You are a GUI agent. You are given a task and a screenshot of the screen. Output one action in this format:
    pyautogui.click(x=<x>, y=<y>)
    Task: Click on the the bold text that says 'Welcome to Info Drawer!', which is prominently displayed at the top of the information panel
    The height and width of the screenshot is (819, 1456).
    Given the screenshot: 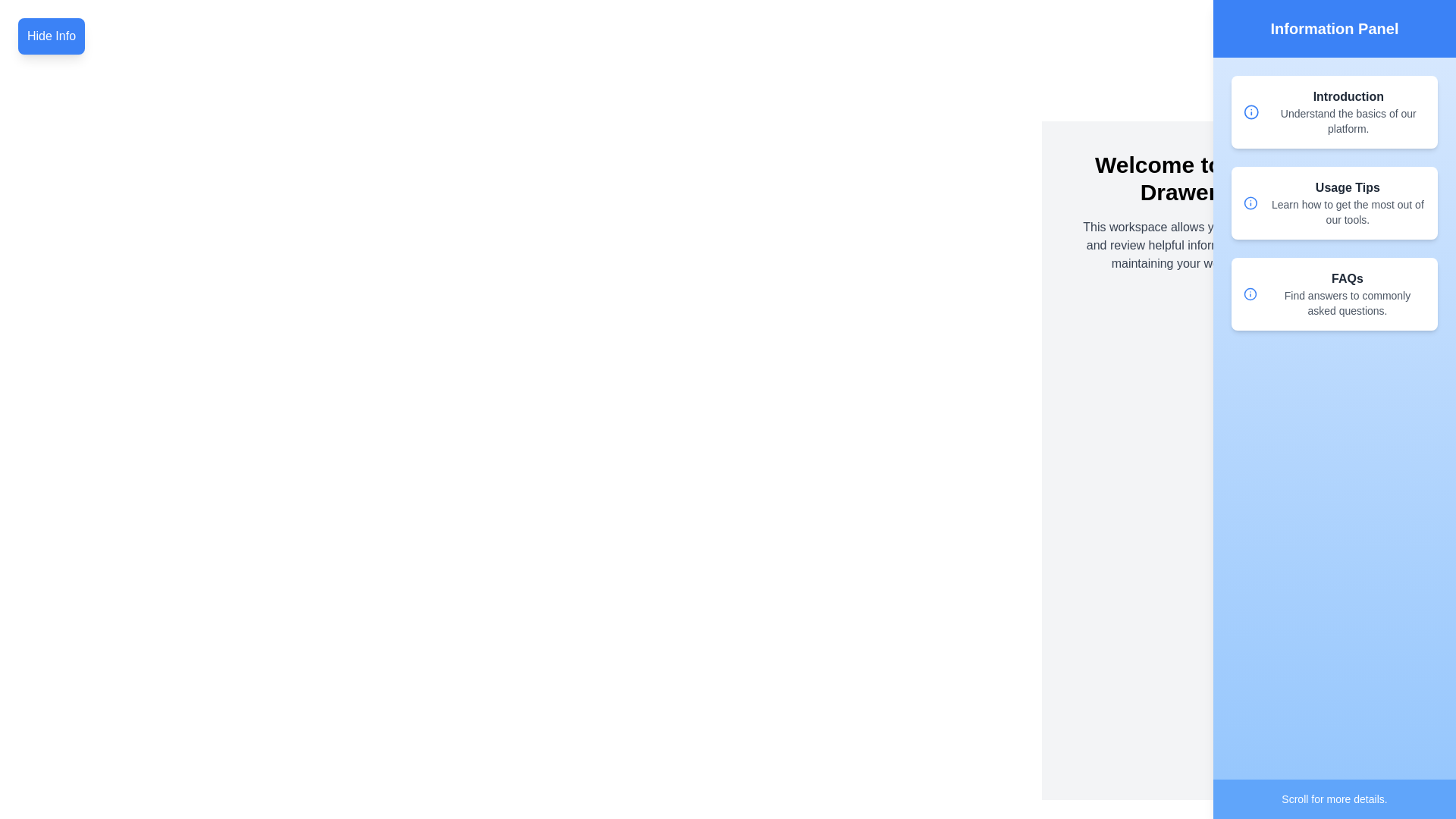 What is the action you would take?
    pyautogui.click(x=1181, y=177)
    